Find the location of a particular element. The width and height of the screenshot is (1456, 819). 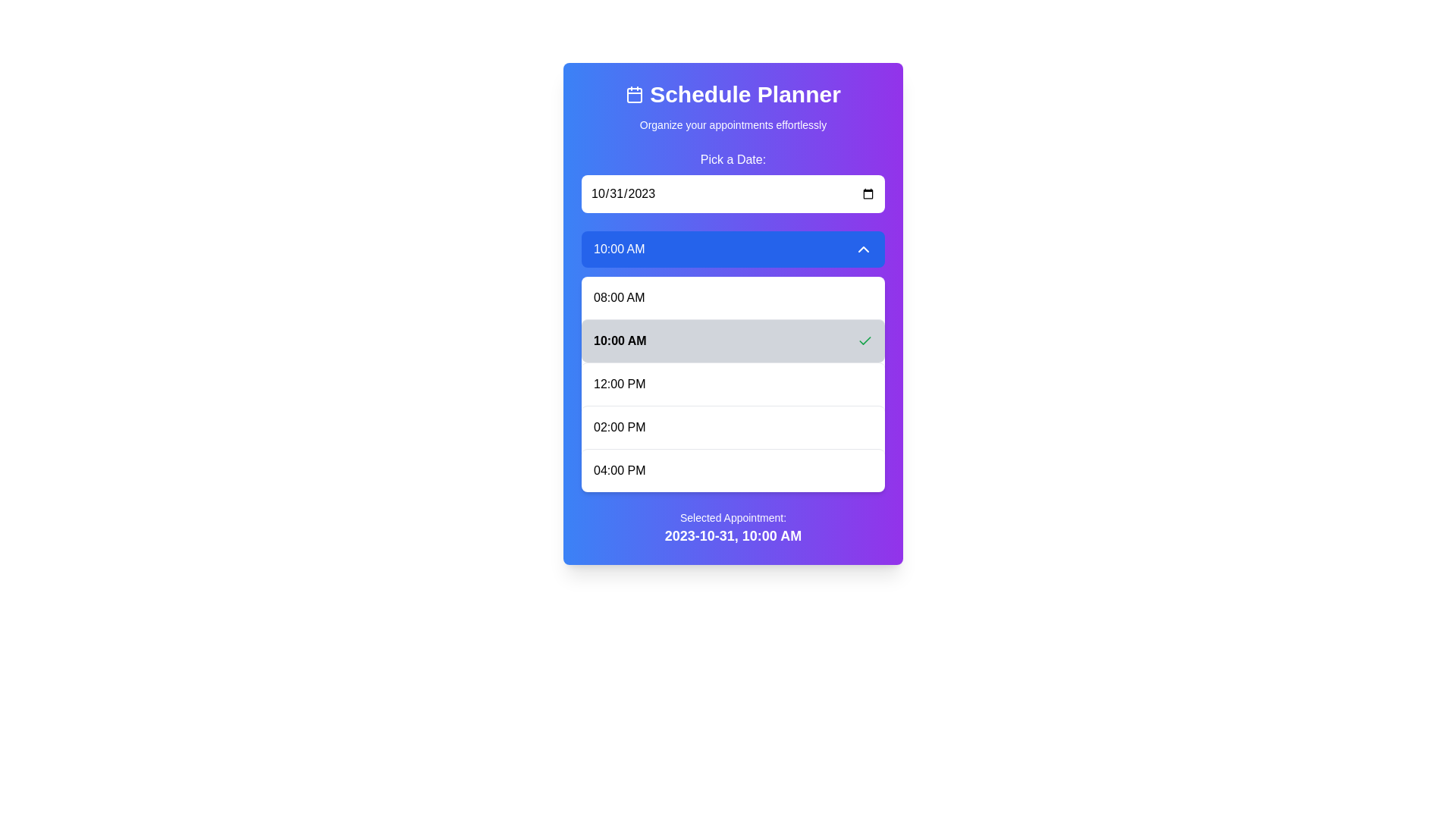

the visual indication of the green checkmark icon located at the right end of the button labeled '10:00 AM' is located at coordinates (865, 341).